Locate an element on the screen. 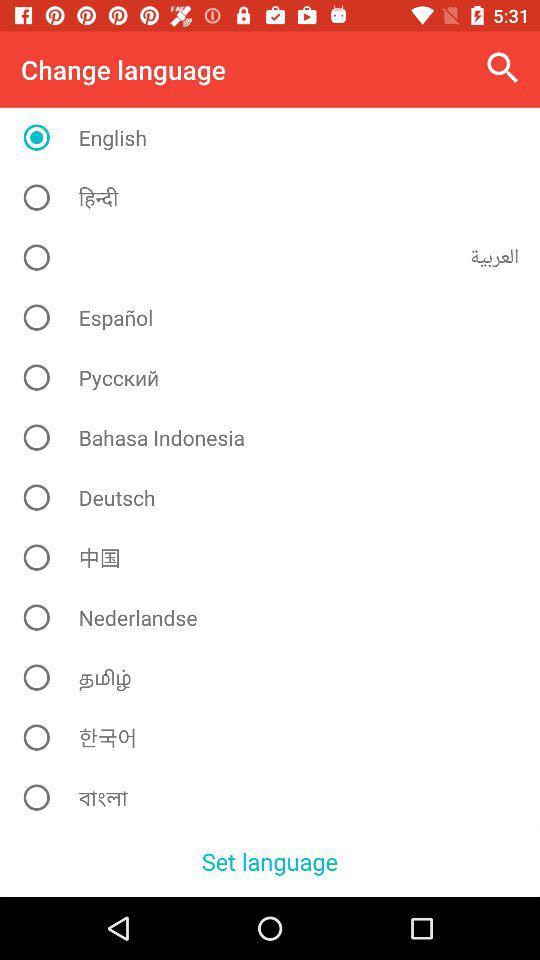 The image size is (540, 960). the icon below nederlandse is located at coordinates (276, 677).